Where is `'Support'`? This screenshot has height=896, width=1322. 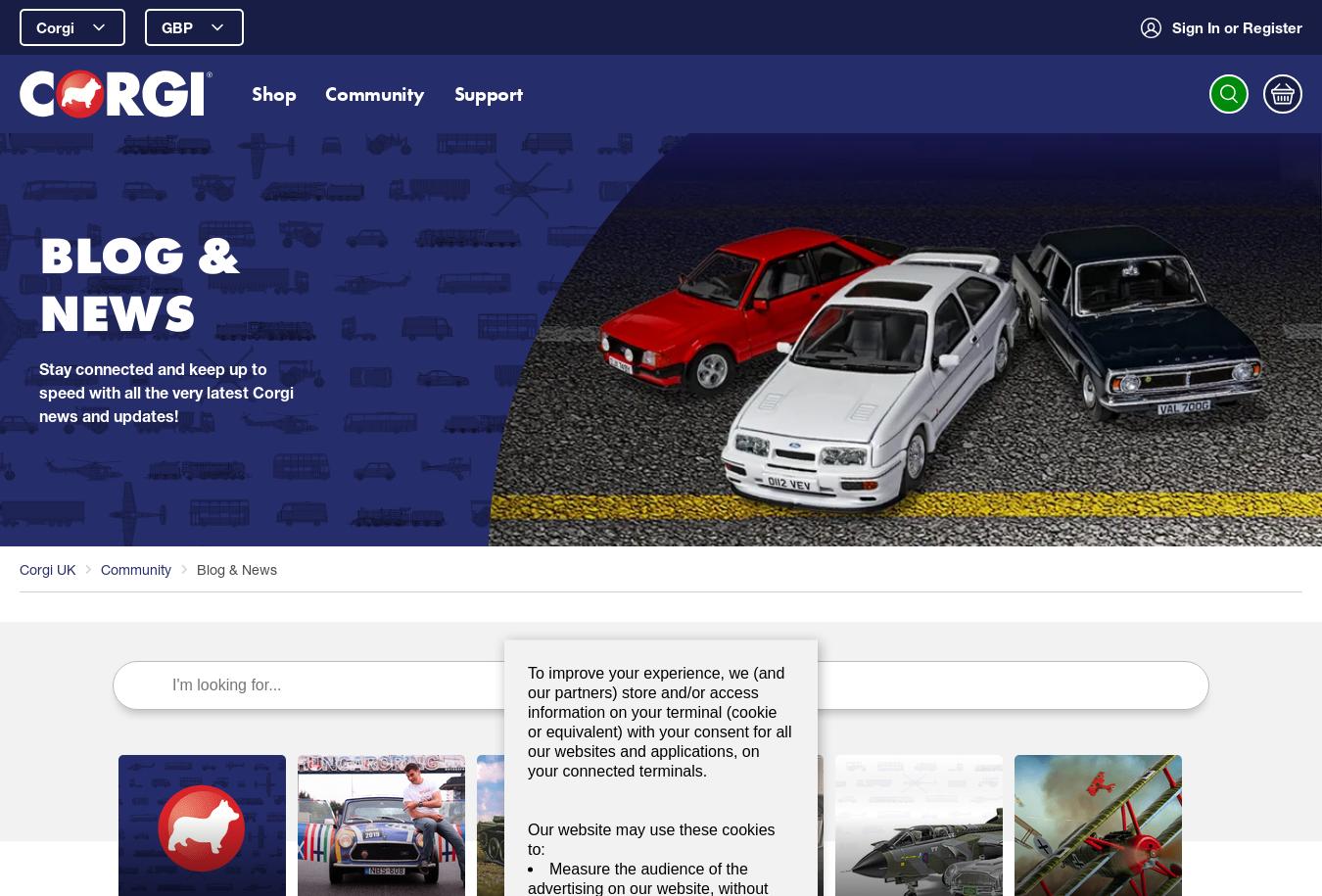
'Support' is located at coordinates (487, 92).